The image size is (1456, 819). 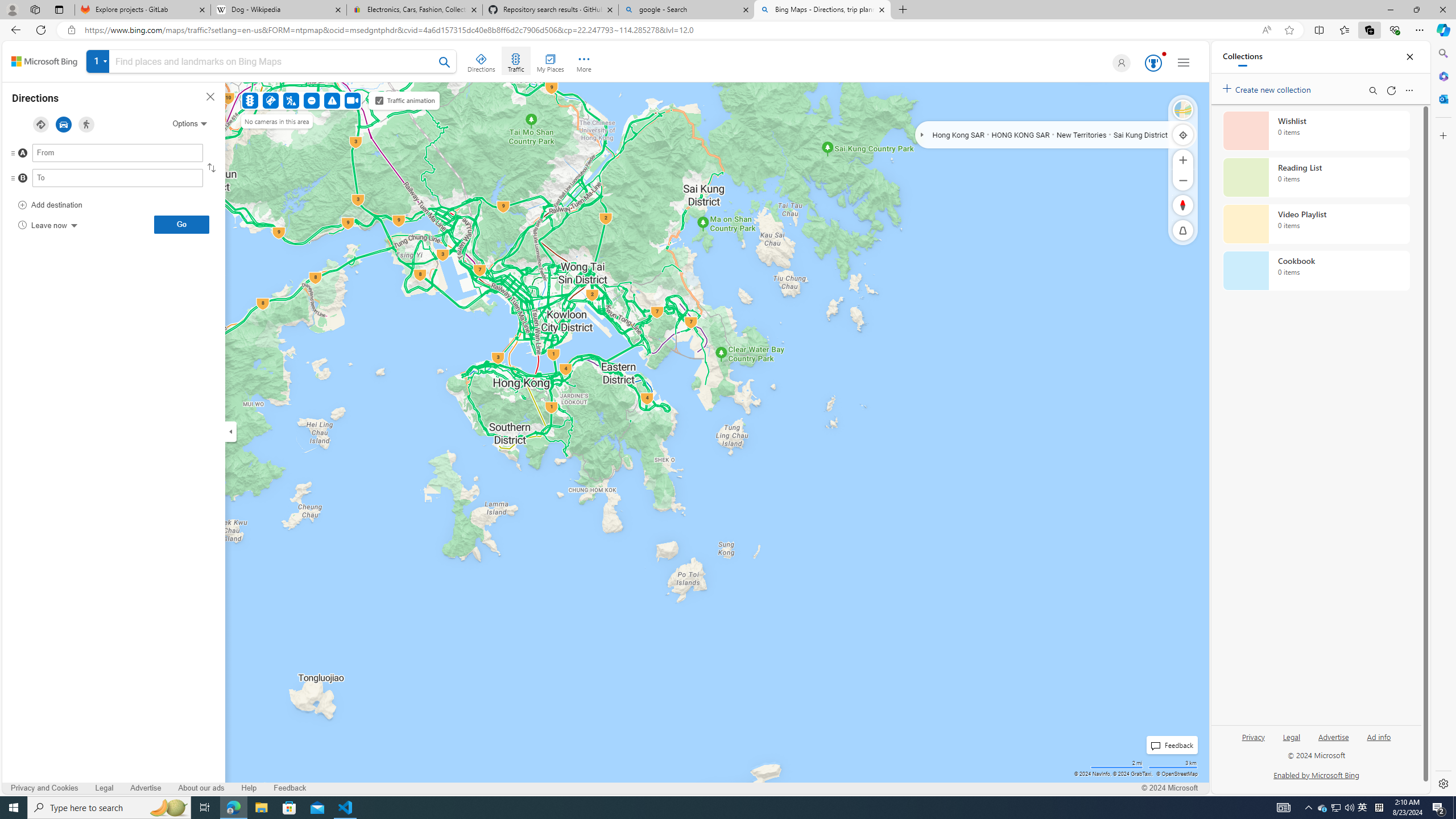 What do you see at coordinates (44, 788) in the screenshot?
I see `'Privacy and Cookies'` at bounding box center [44, 788].